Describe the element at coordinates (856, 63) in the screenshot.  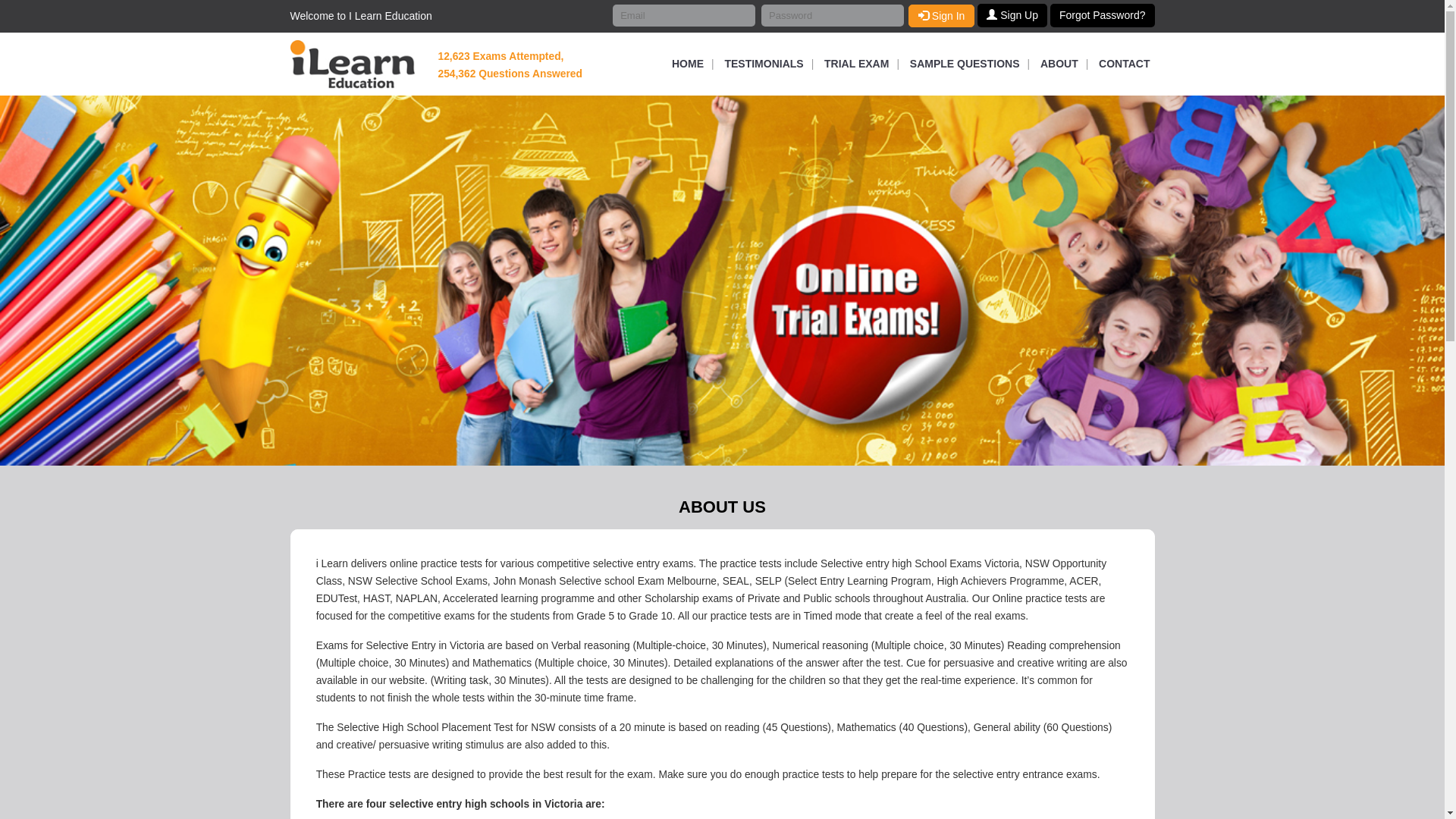
I see `'TRIAL EXAM'` at that location.